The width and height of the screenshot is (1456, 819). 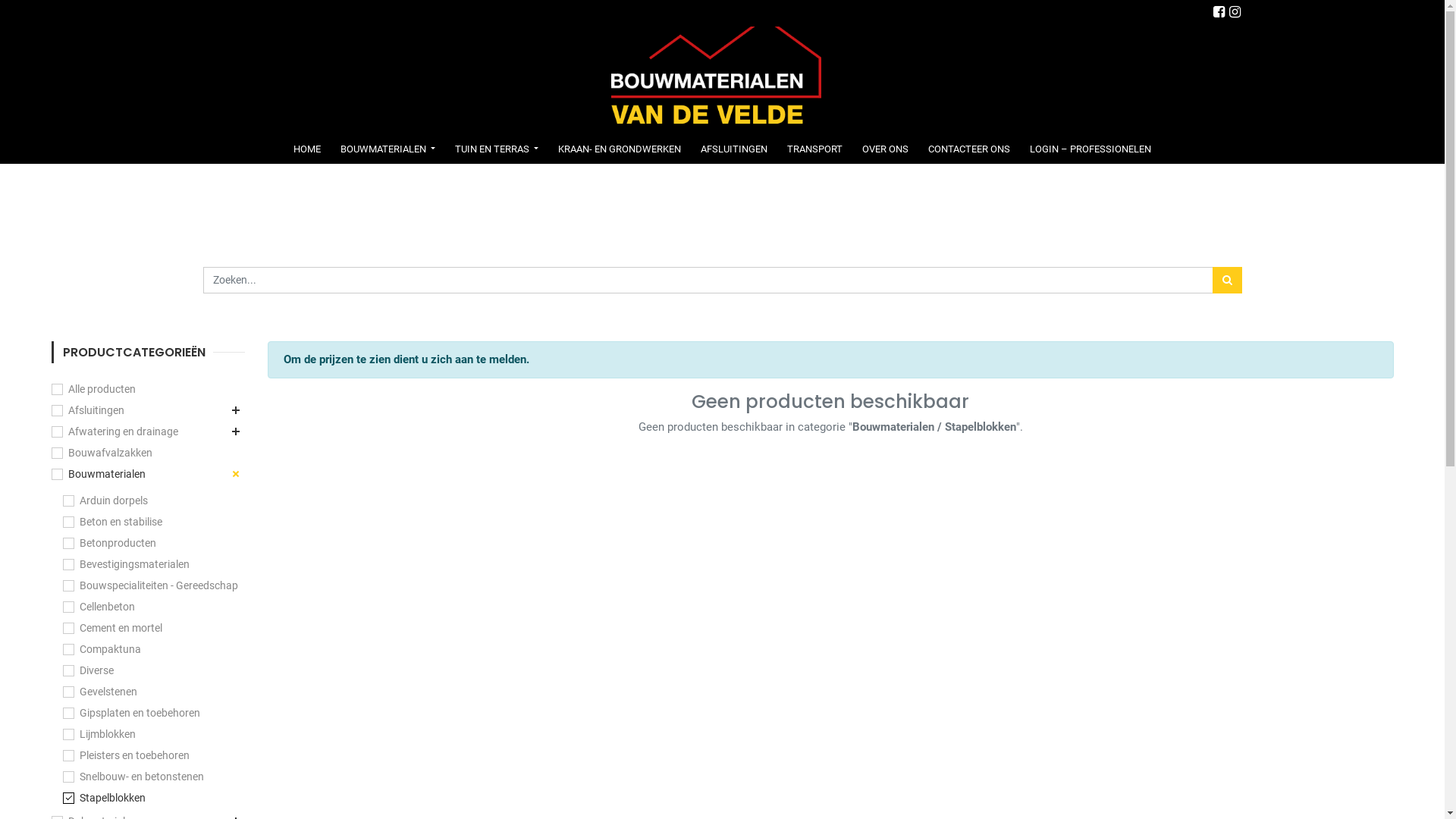 What do you see at coordinates (93, 388) in the screenshot?
I see `'Alle producten'` at bounding box center [93, 388].